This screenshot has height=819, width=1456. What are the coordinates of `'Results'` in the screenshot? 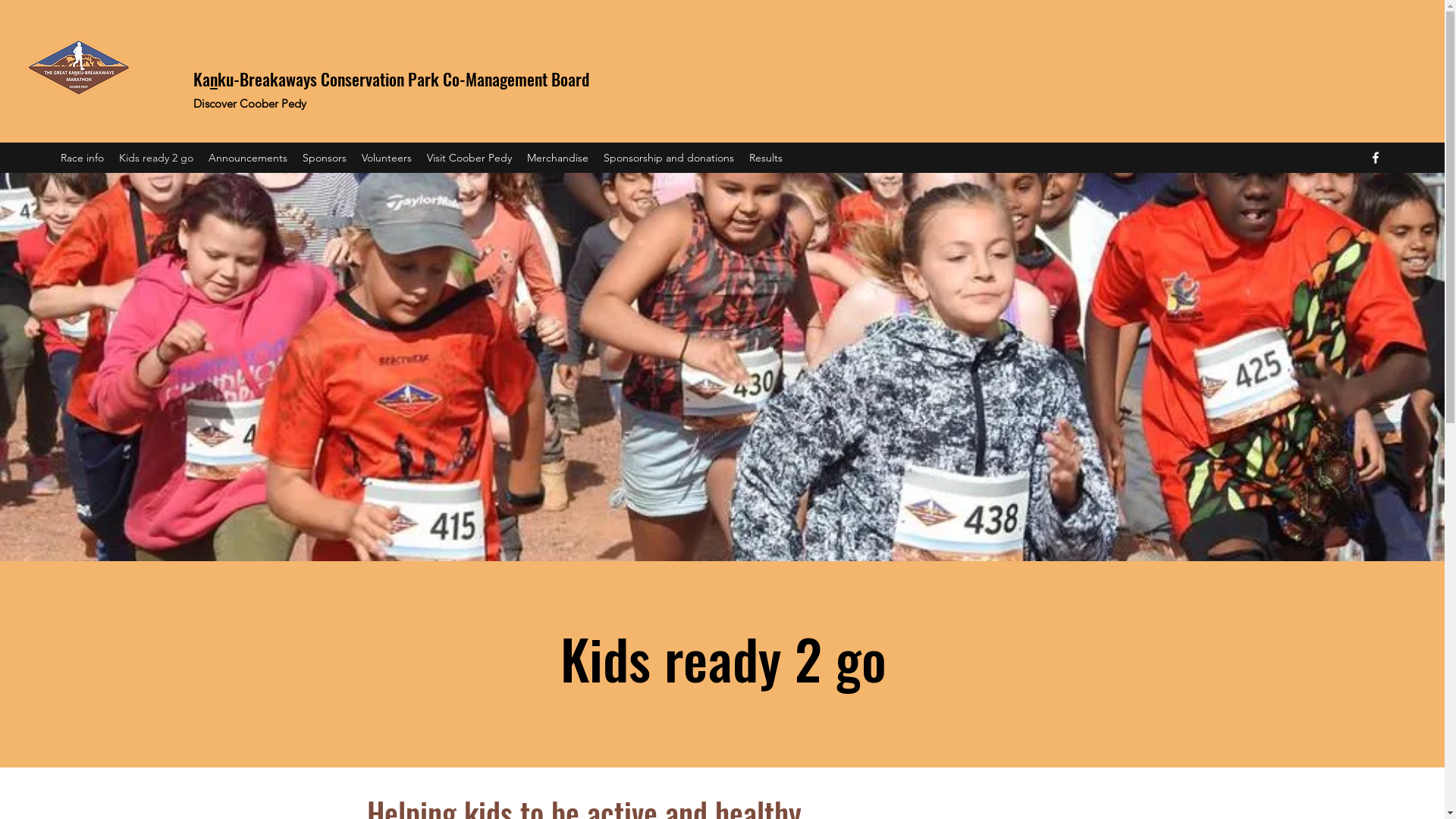 It's located at (765, 158).